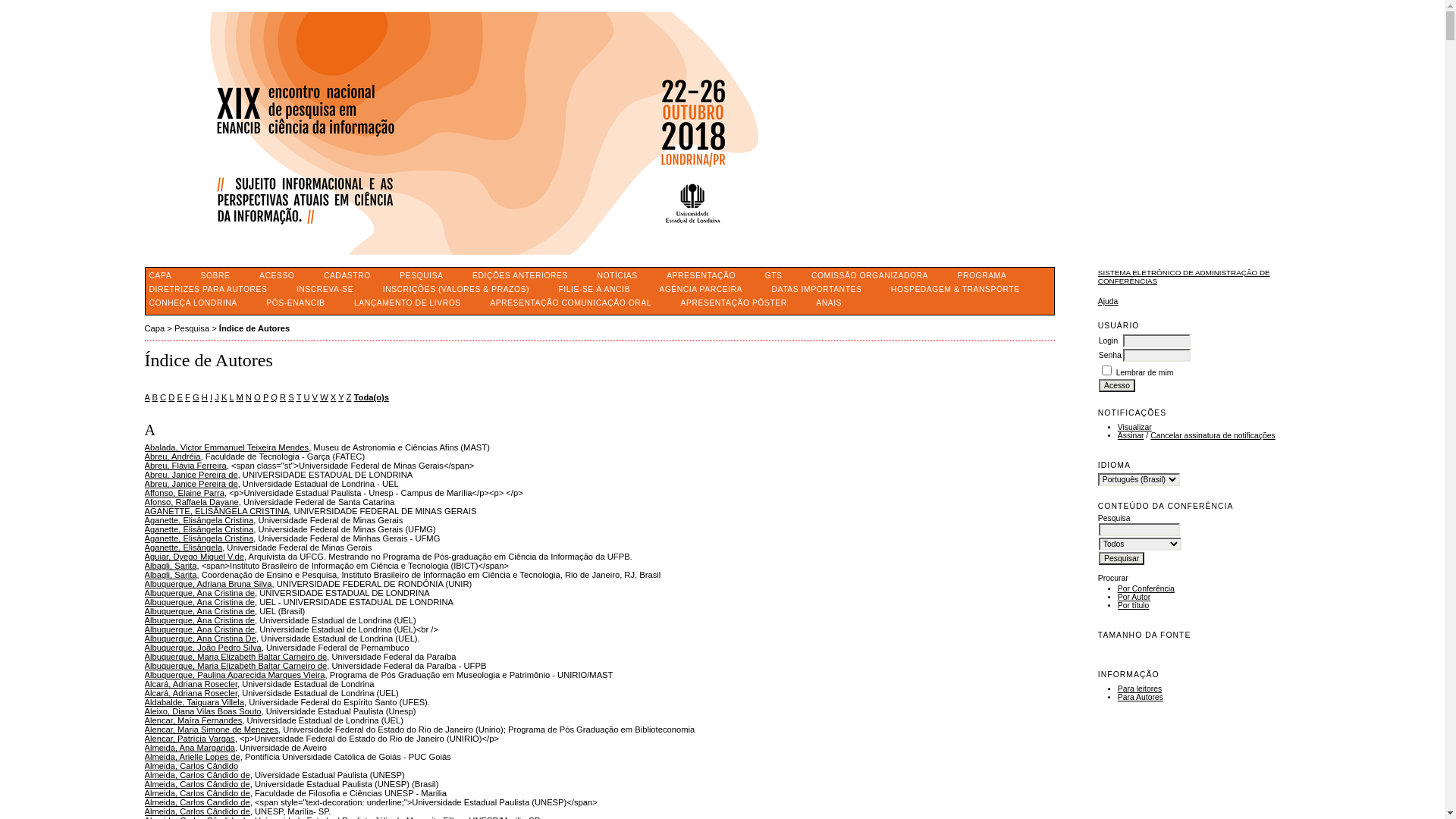 Image resolution: width=1456 pixels, height=819 pixels. Describe the element at coordinates (195, 397) in the screenshot. I see `'G'` at that location.